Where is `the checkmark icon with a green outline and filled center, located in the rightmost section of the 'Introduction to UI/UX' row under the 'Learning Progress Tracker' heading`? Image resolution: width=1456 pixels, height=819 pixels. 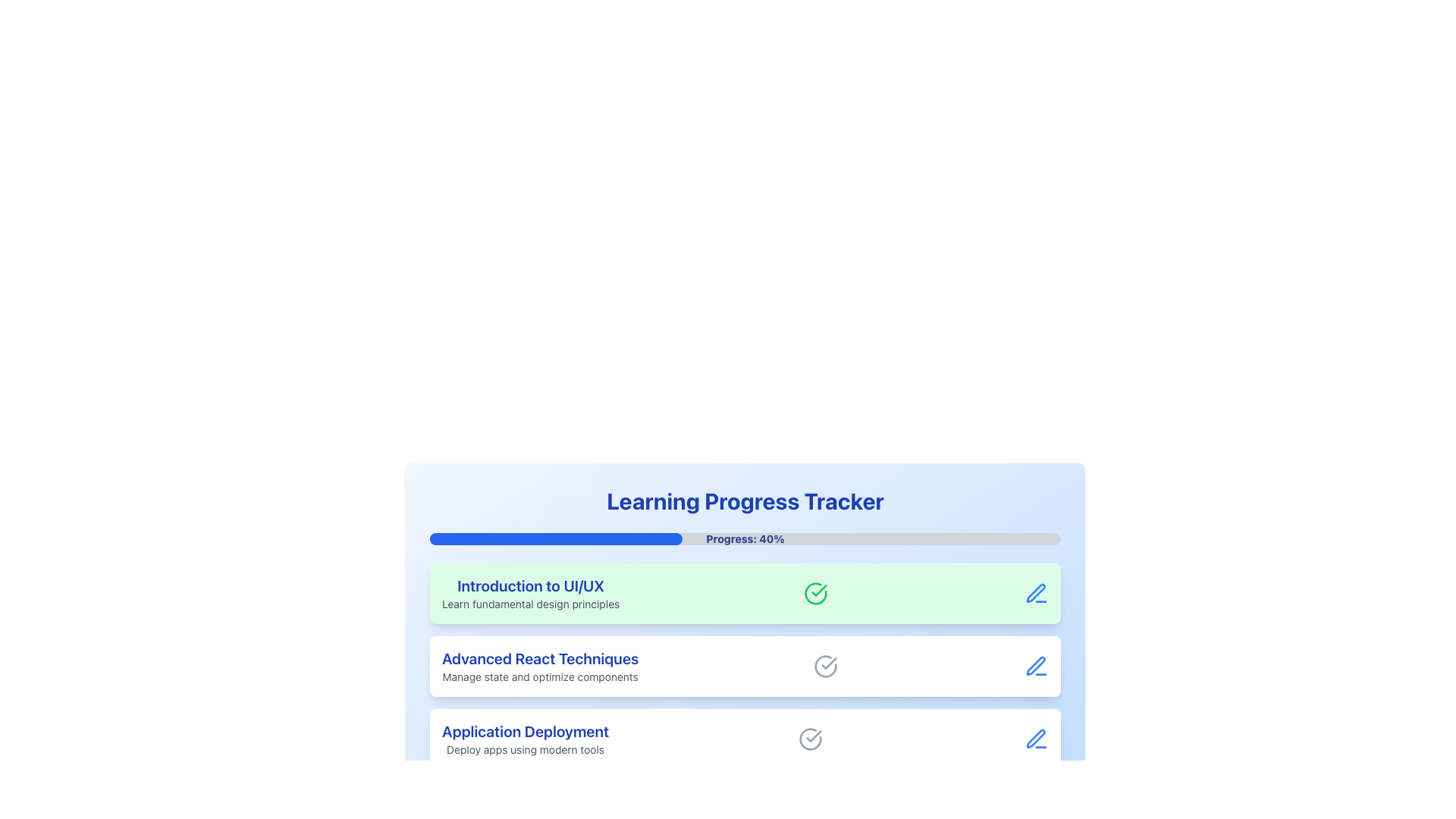
the checkmark icon with a green outline and filled center, located in the rightmost section of the 'Introduction to UI/UX' row under the 'Learning Progress Tracker' heading is located at coordinates (818, 590).